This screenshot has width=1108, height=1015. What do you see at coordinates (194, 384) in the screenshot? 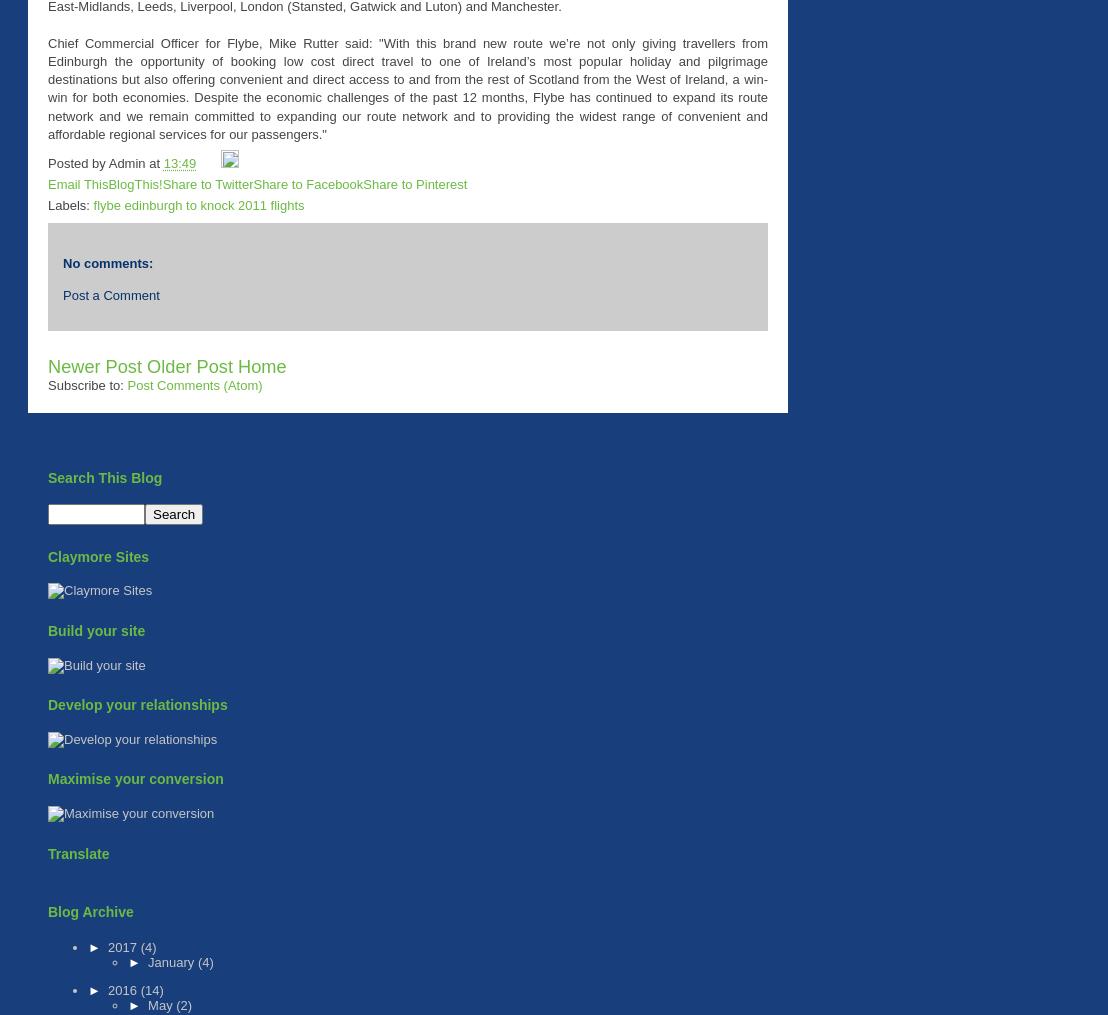
I see `'Post Comments (Atom)'` at bounding box center [194, 384].